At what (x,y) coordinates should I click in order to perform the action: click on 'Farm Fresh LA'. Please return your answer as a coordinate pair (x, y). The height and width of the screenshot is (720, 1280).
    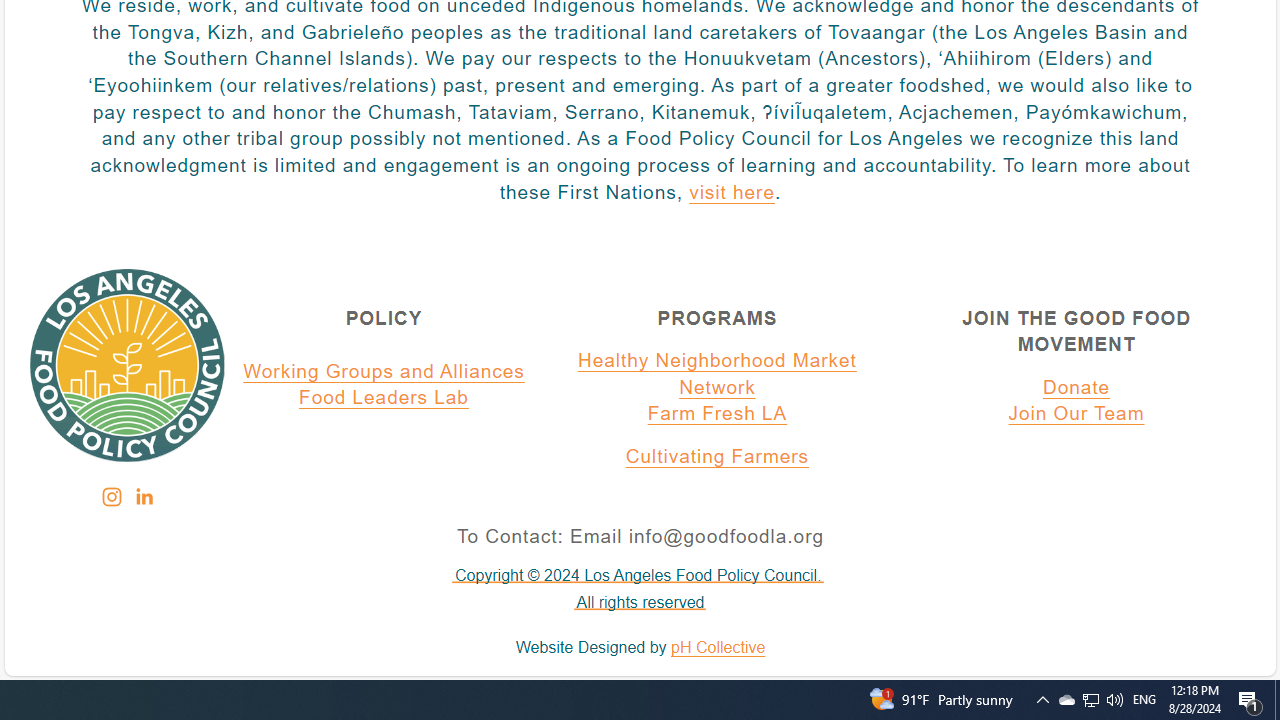
    Looking at the image, I should click on (717, 414).